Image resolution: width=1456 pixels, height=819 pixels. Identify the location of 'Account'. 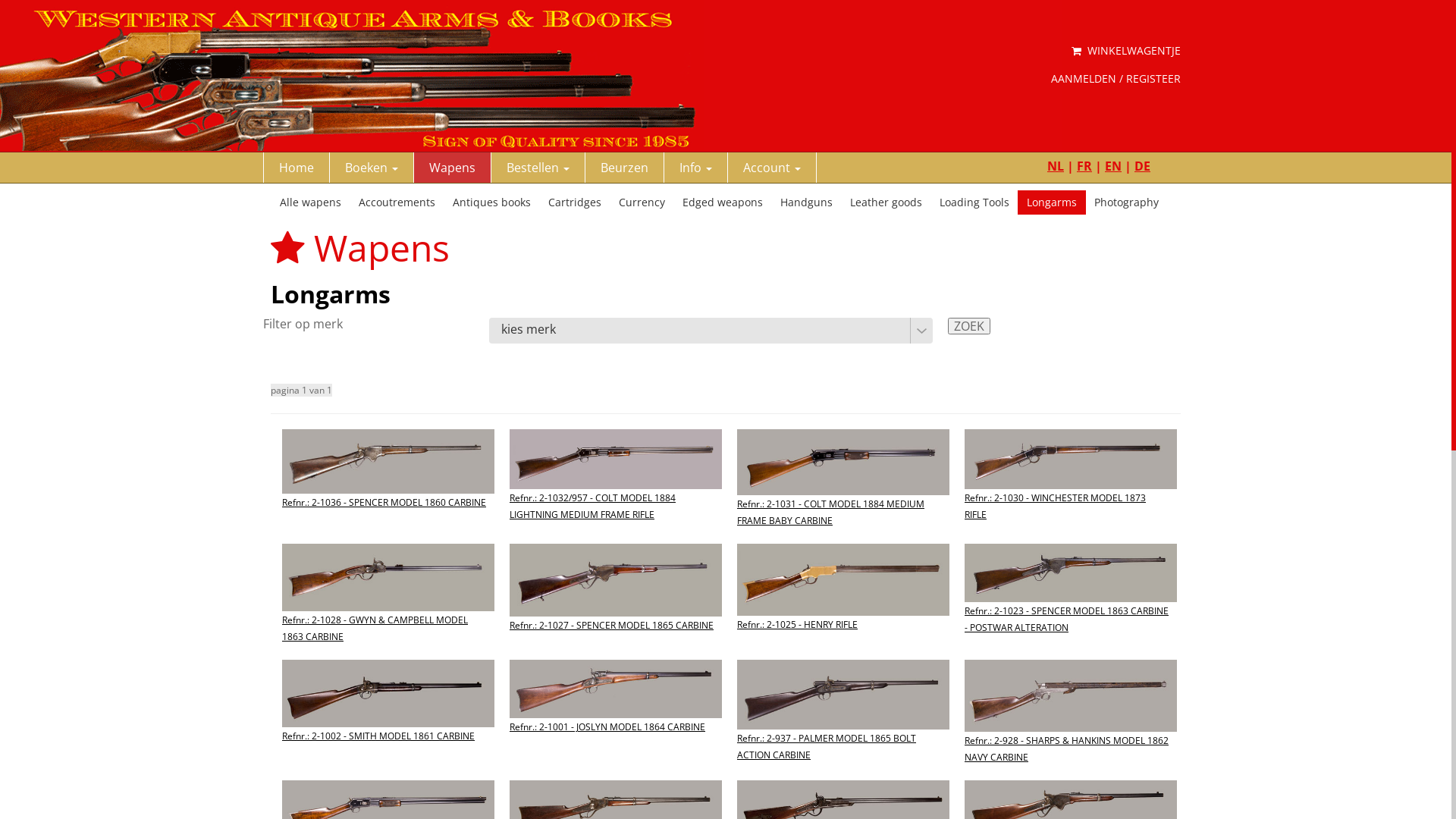
(772, 167).